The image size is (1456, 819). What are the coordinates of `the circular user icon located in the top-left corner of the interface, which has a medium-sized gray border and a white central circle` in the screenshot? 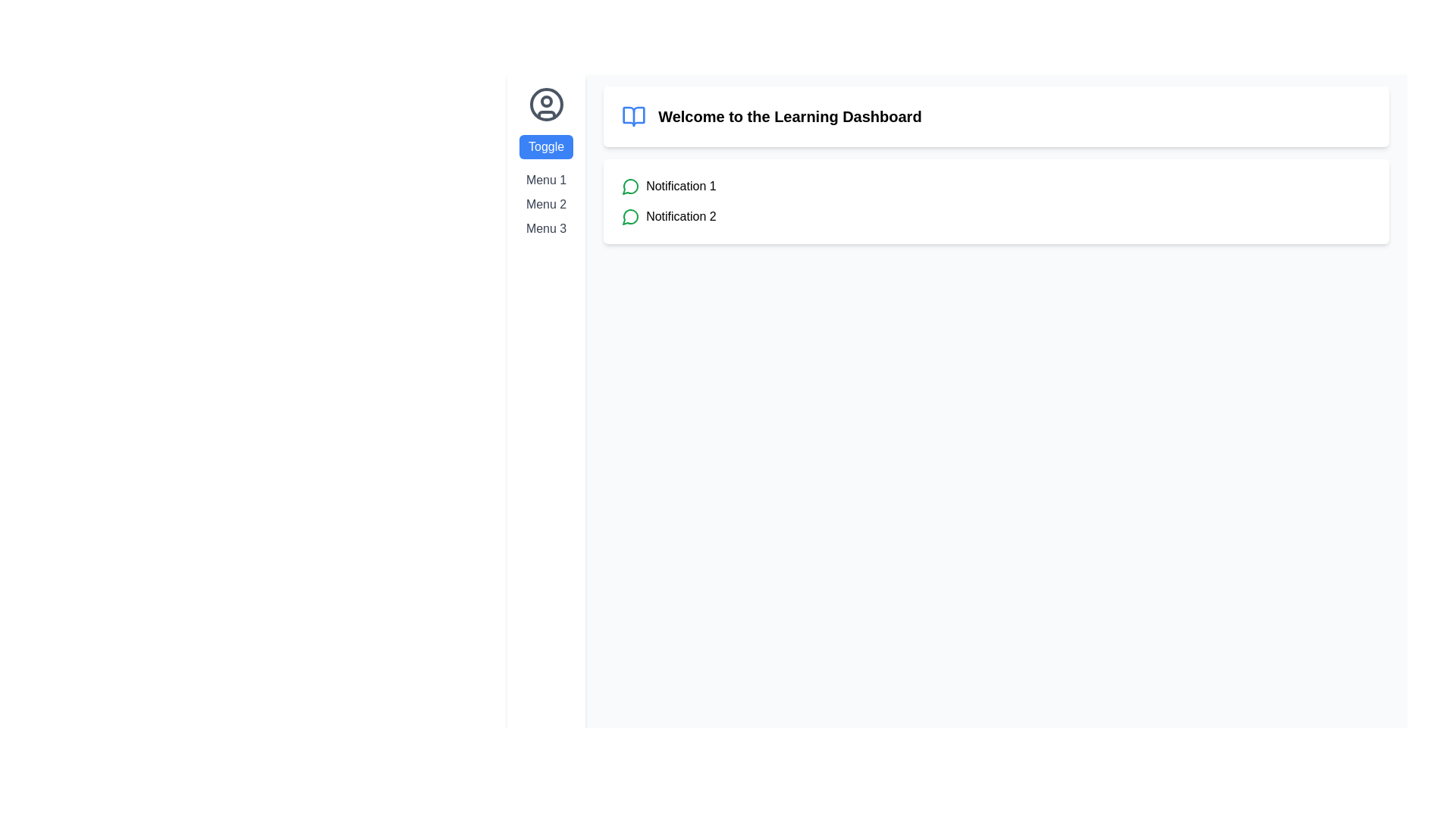 It's located at (546, 104).